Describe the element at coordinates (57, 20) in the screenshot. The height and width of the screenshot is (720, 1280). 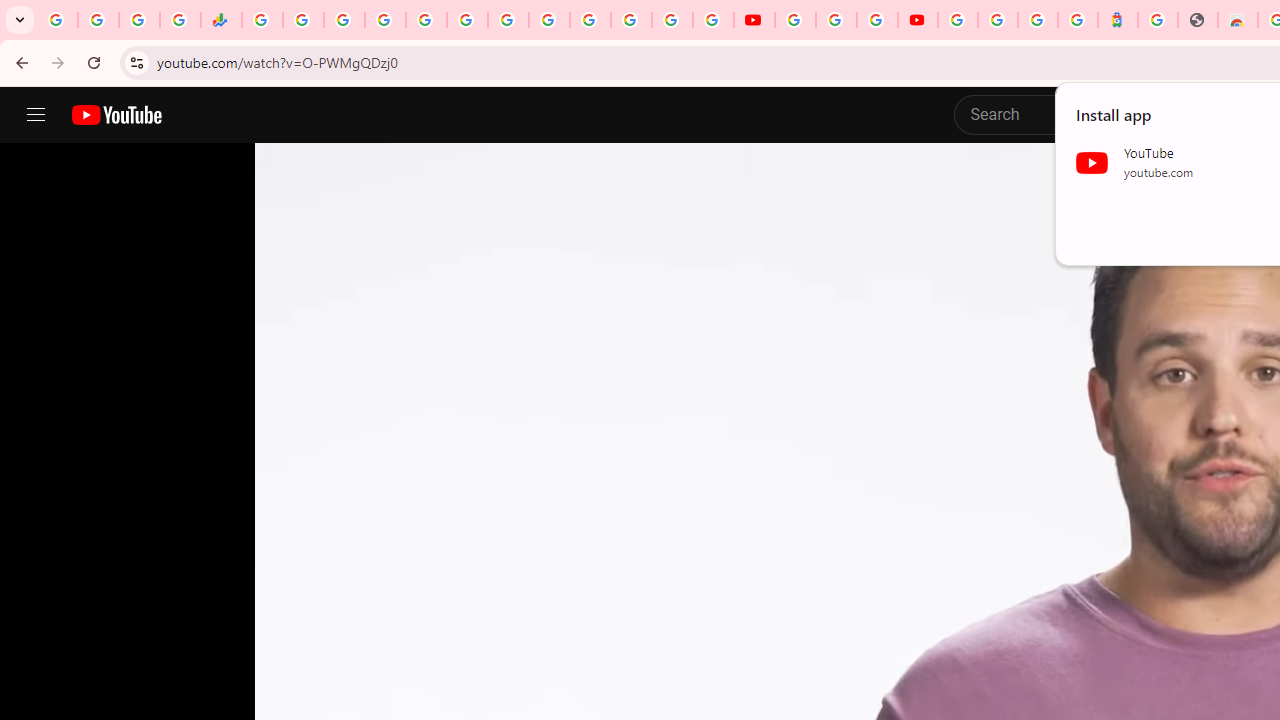
I see `'Google Workspace Admin Community'` at that location.